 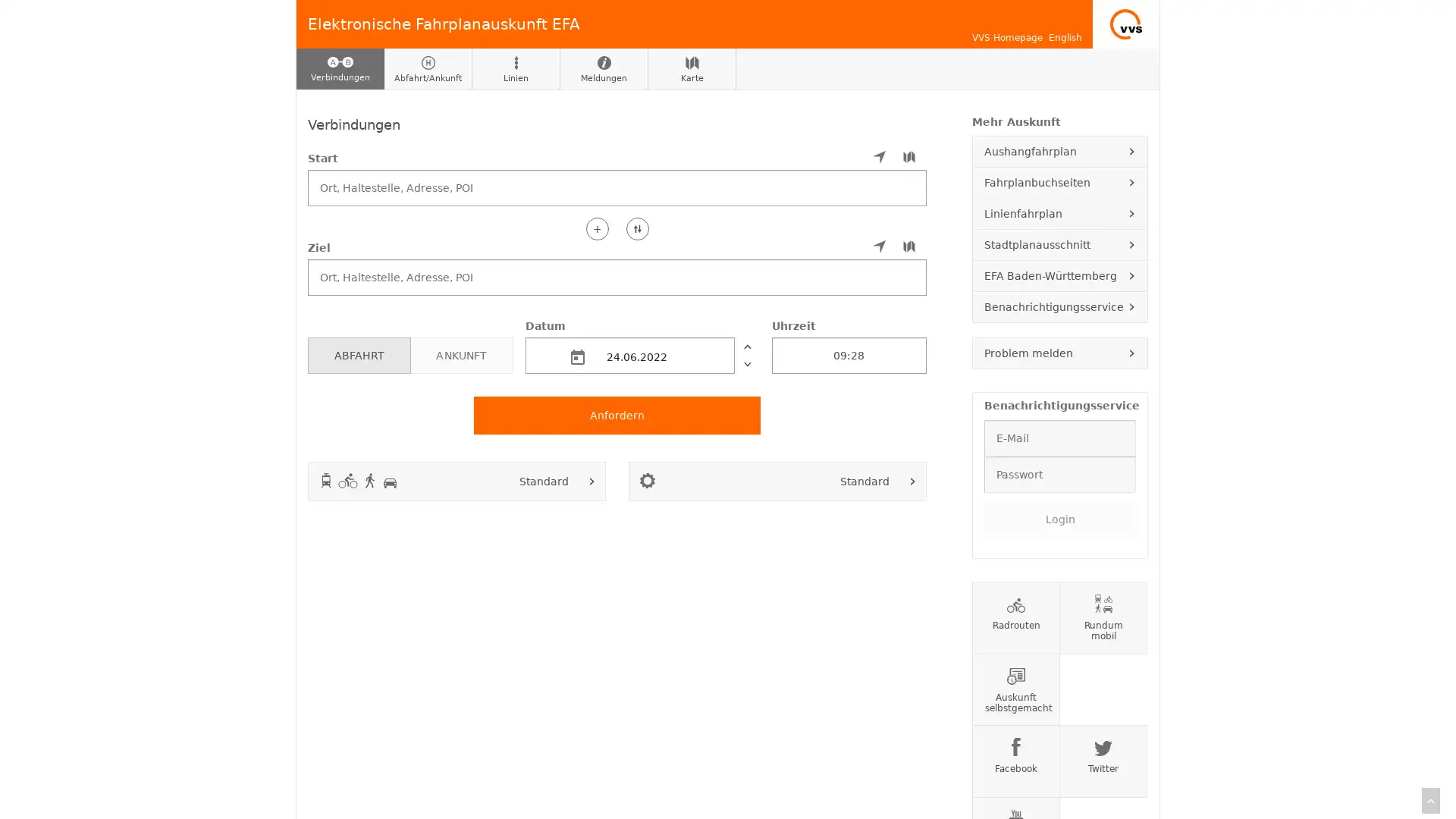 I want to click on Linien, so click(x=516, y=69).